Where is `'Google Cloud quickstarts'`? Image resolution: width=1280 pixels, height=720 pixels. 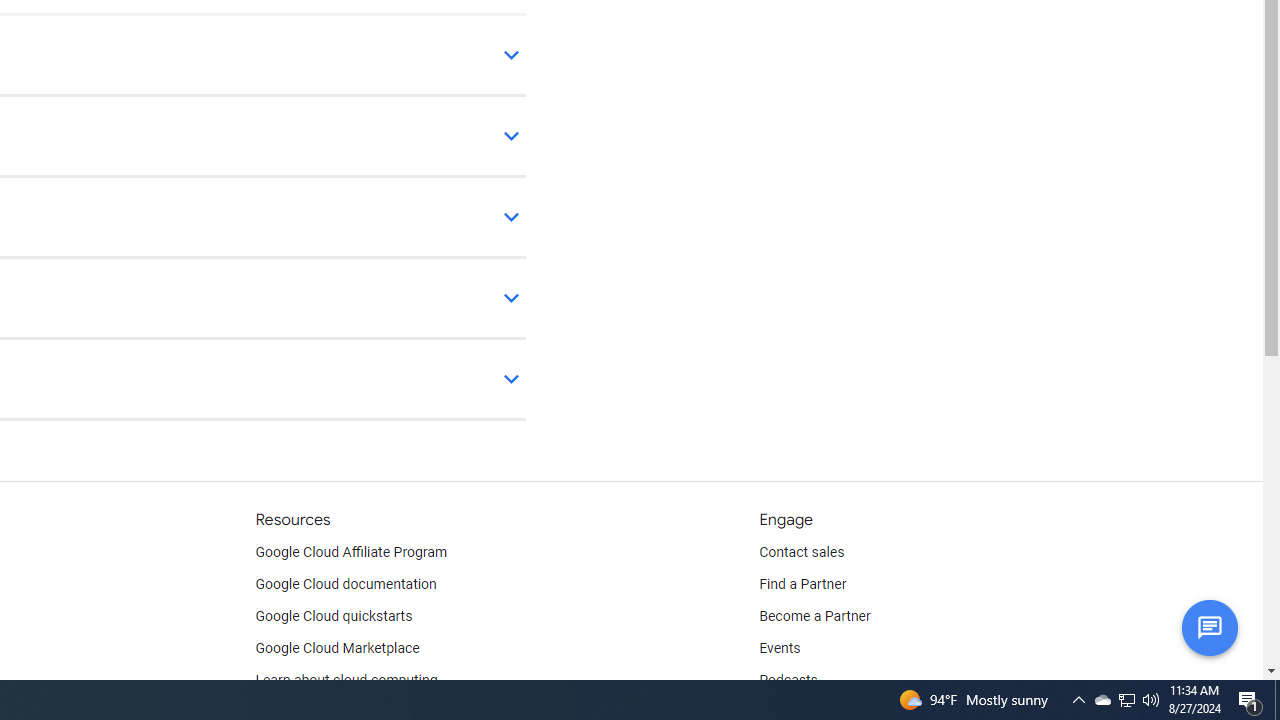
'Google Cloud quickstarts' is located at coordinates (334, 616).